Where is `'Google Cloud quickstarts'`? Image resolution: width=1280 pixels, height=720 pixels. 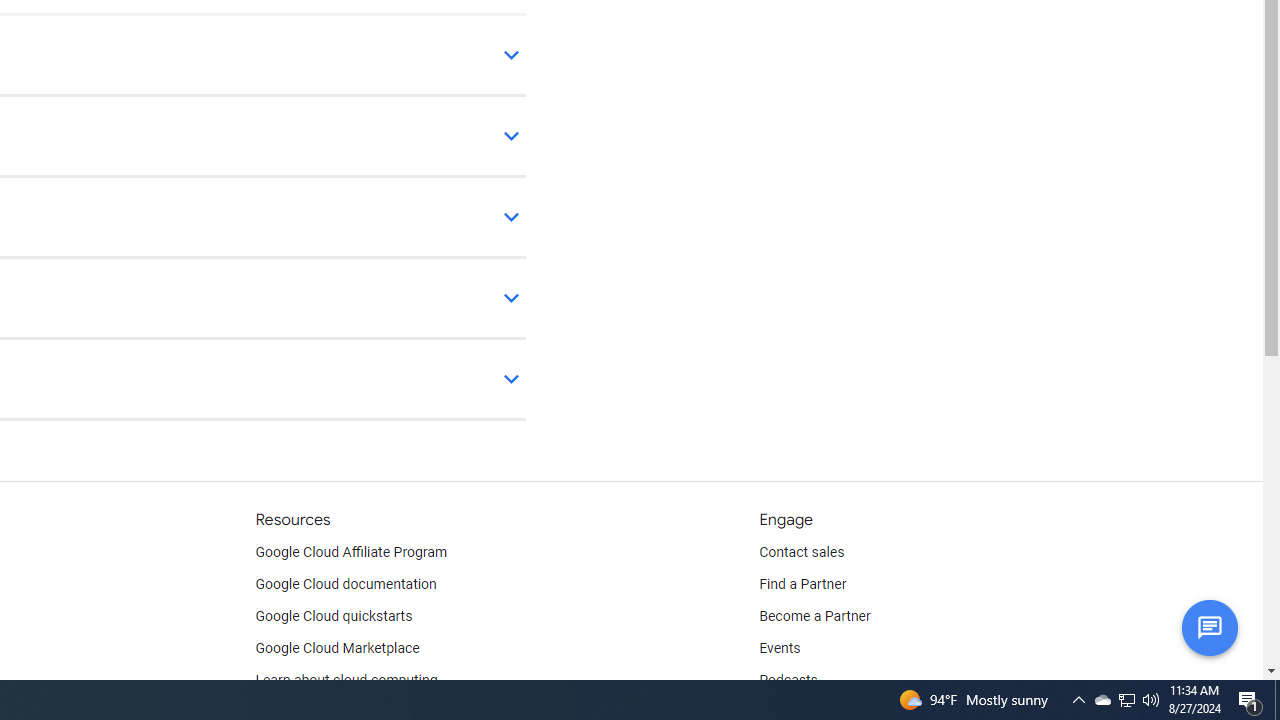
'Google Cloud quickstarts' is located at coordinates (334, 616).